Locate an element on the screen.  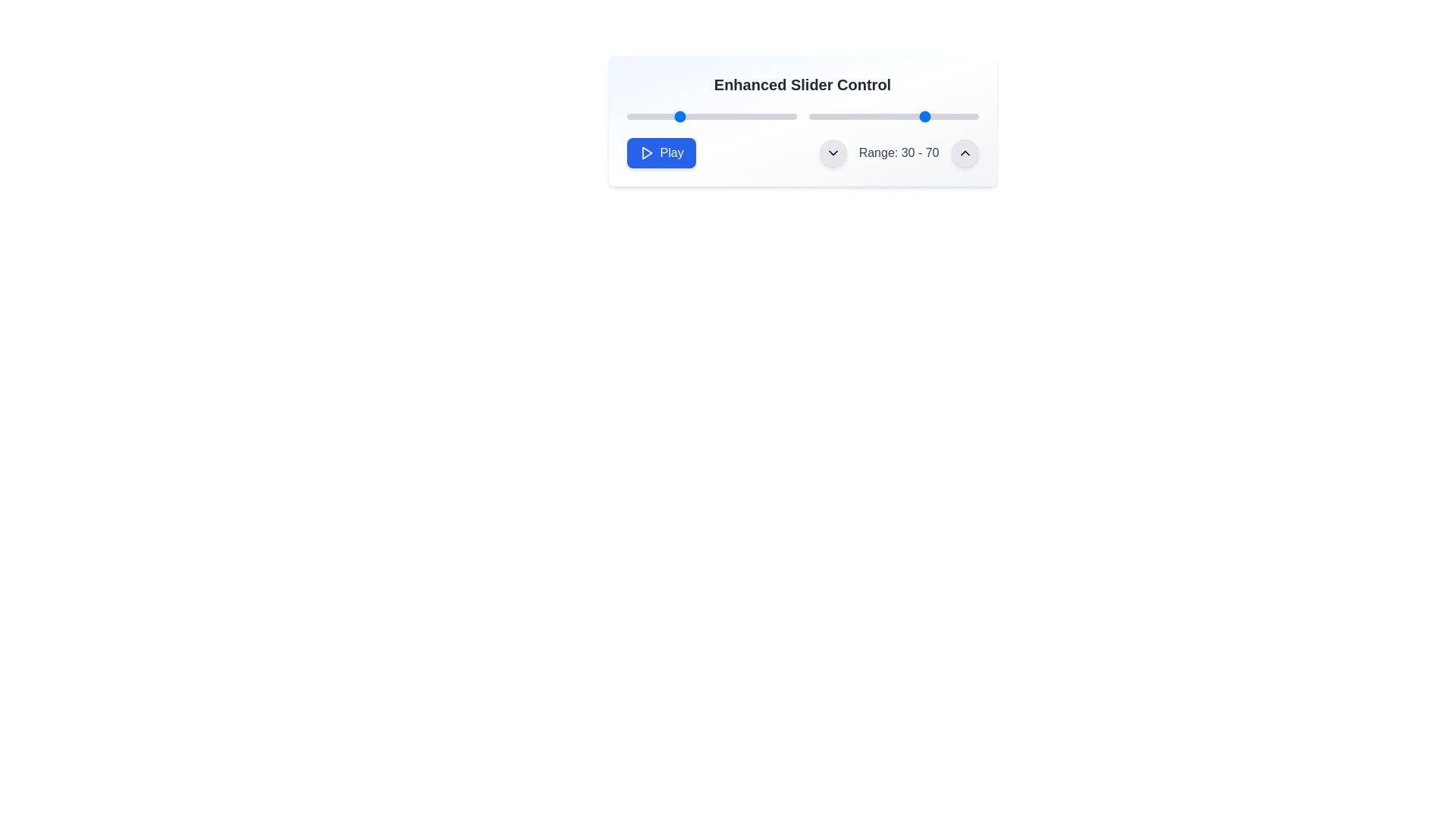
the slider is located at coordinates (781, 116).